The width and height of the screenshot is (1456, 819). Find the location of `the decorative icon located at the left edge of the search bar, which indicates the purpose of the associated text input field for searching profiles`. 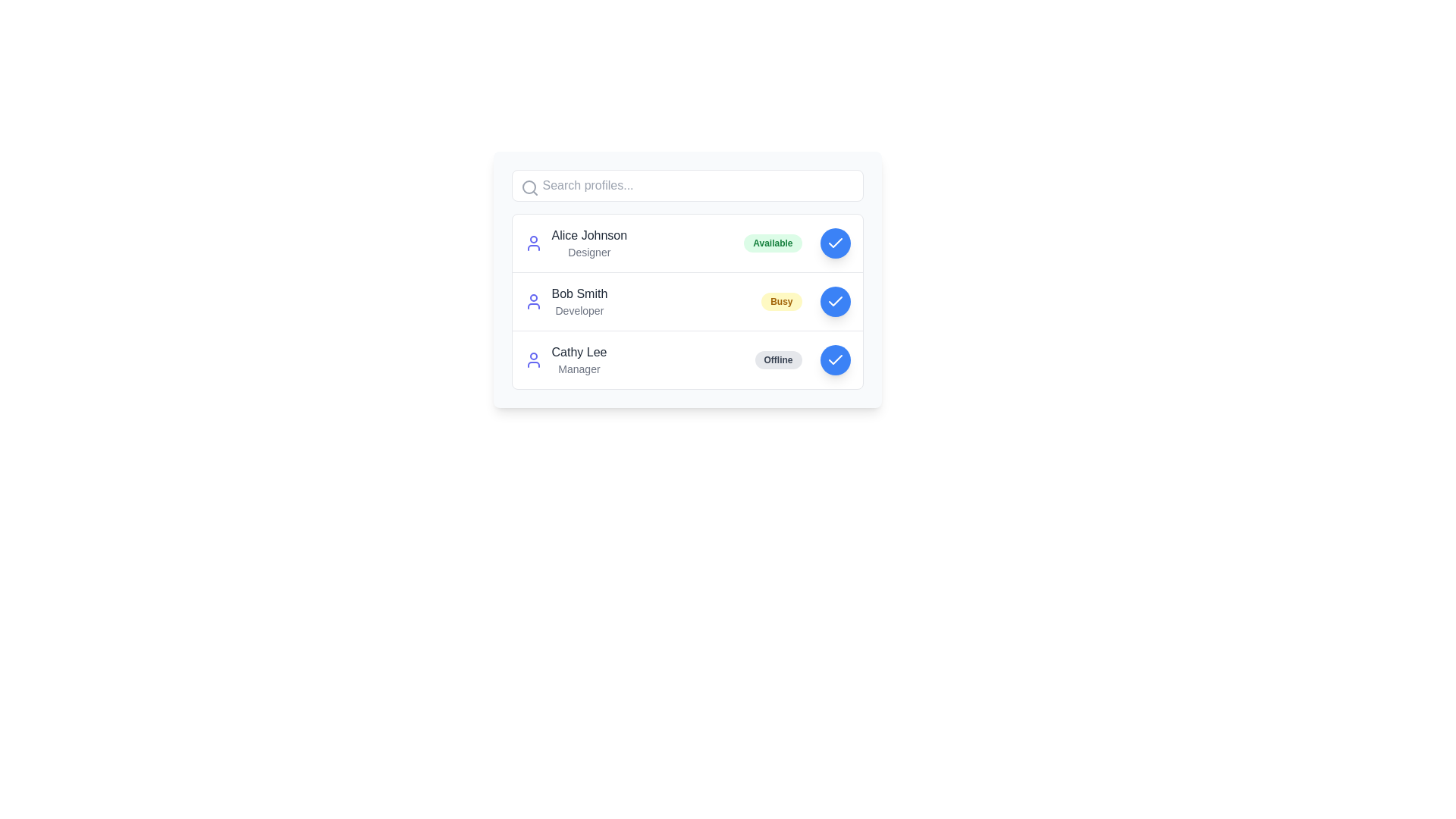

the decorative icon located at the left edge of the search bar, which indicates the purpose of the associated text input field for searching profiles is located at coordinates (529, 187).